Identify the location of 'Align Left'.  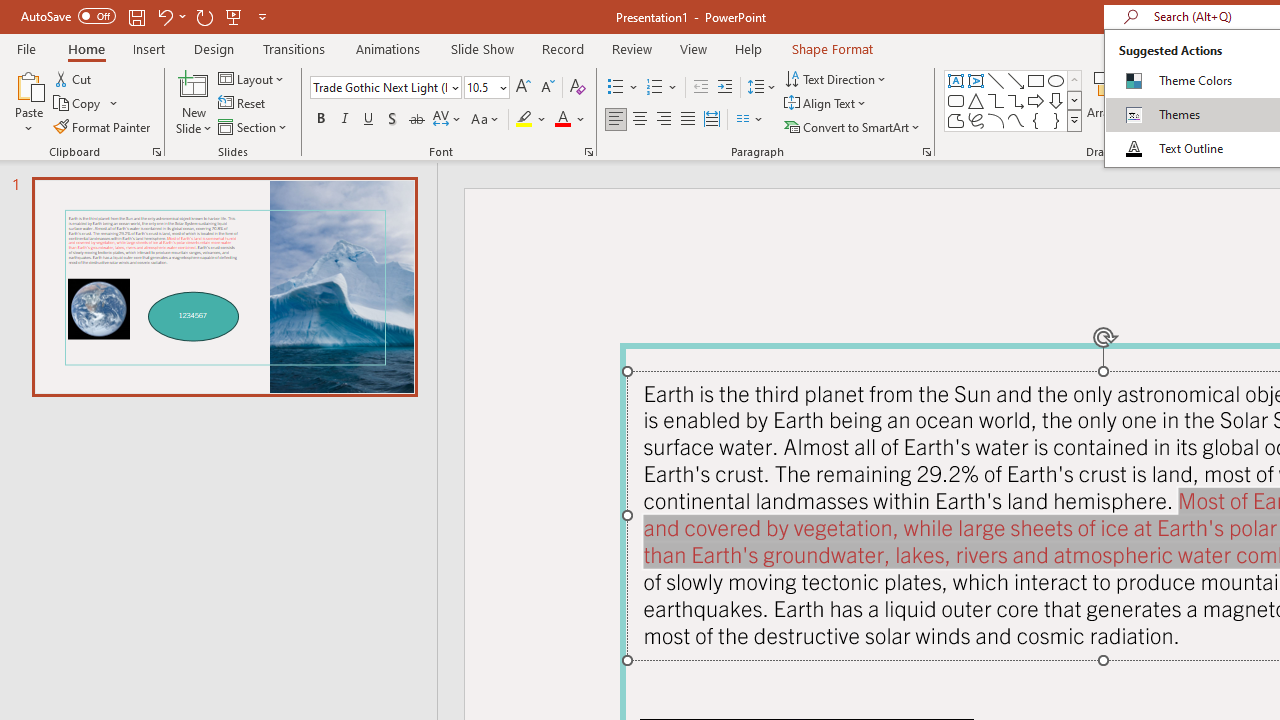
(615, 119).